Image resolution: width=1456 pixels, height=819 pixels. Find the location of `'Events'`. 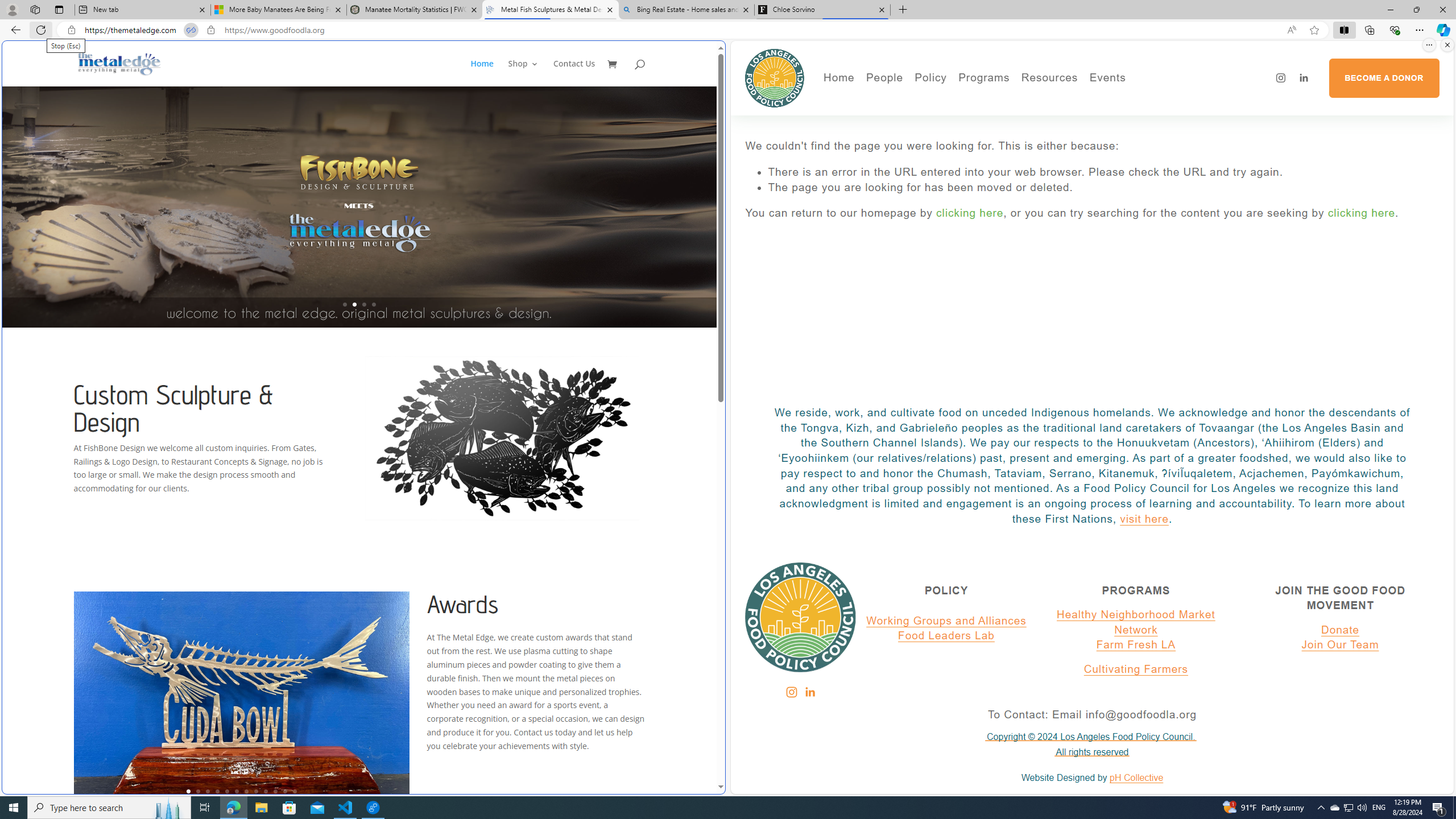

'Events' is located at coordinates (1146, 100).